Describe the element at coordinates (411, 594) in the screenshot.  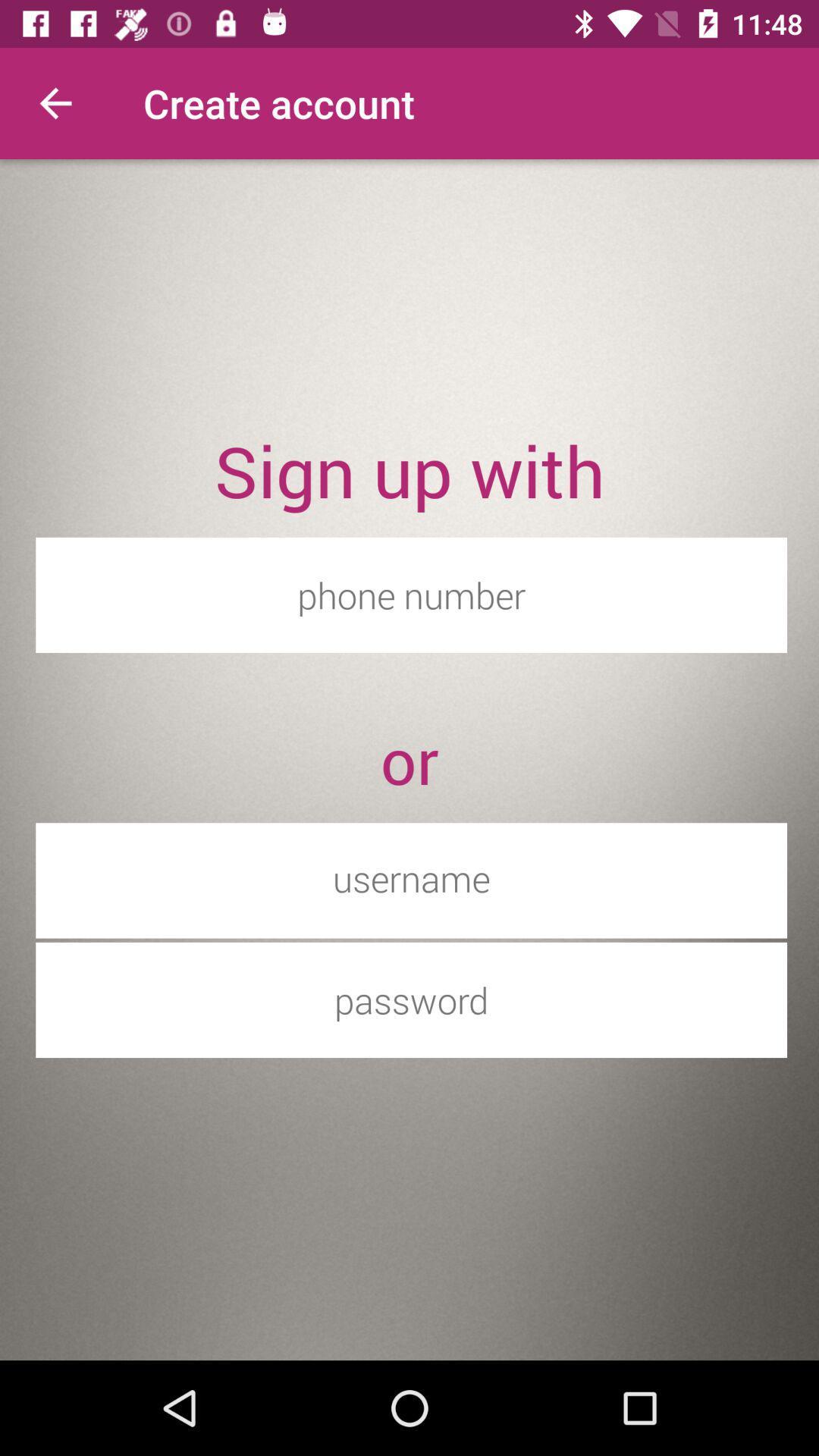
I see `item below sign up with` at that location.